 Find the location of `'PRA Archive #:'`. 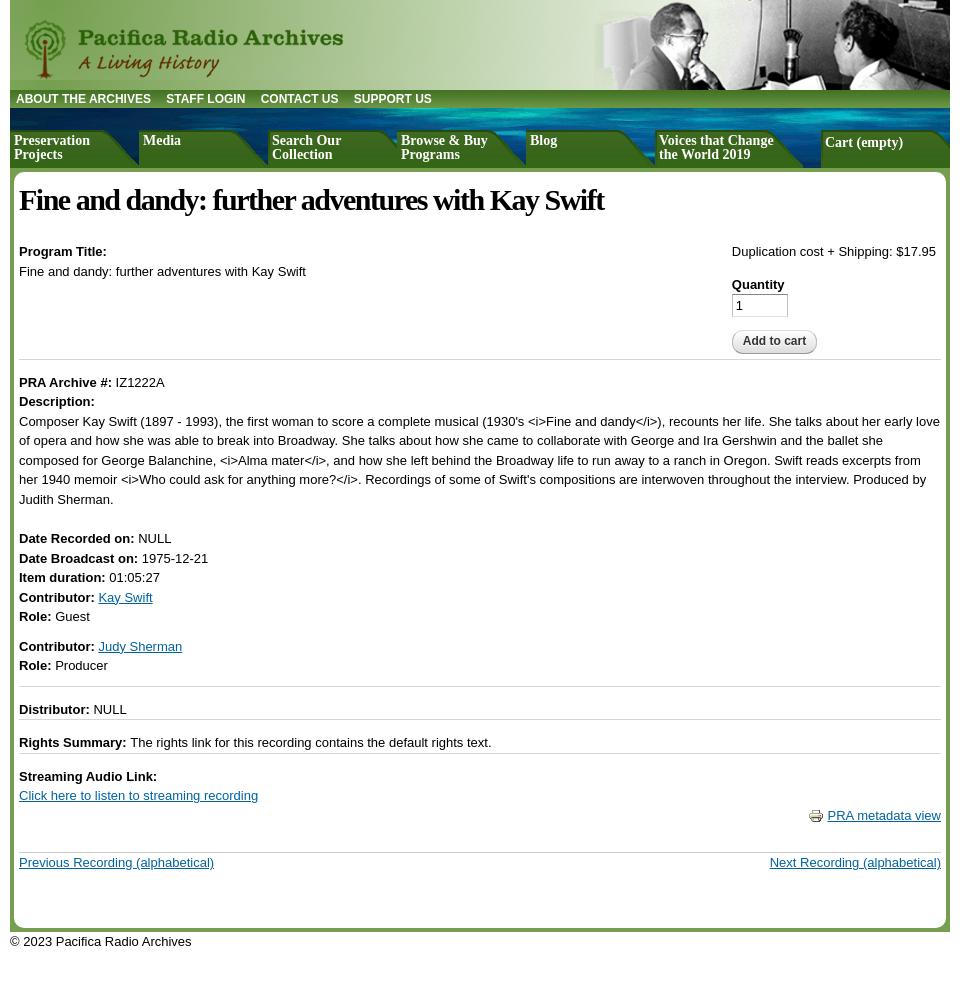

'PRA Archive #:' is located at coordinates (67, 381).